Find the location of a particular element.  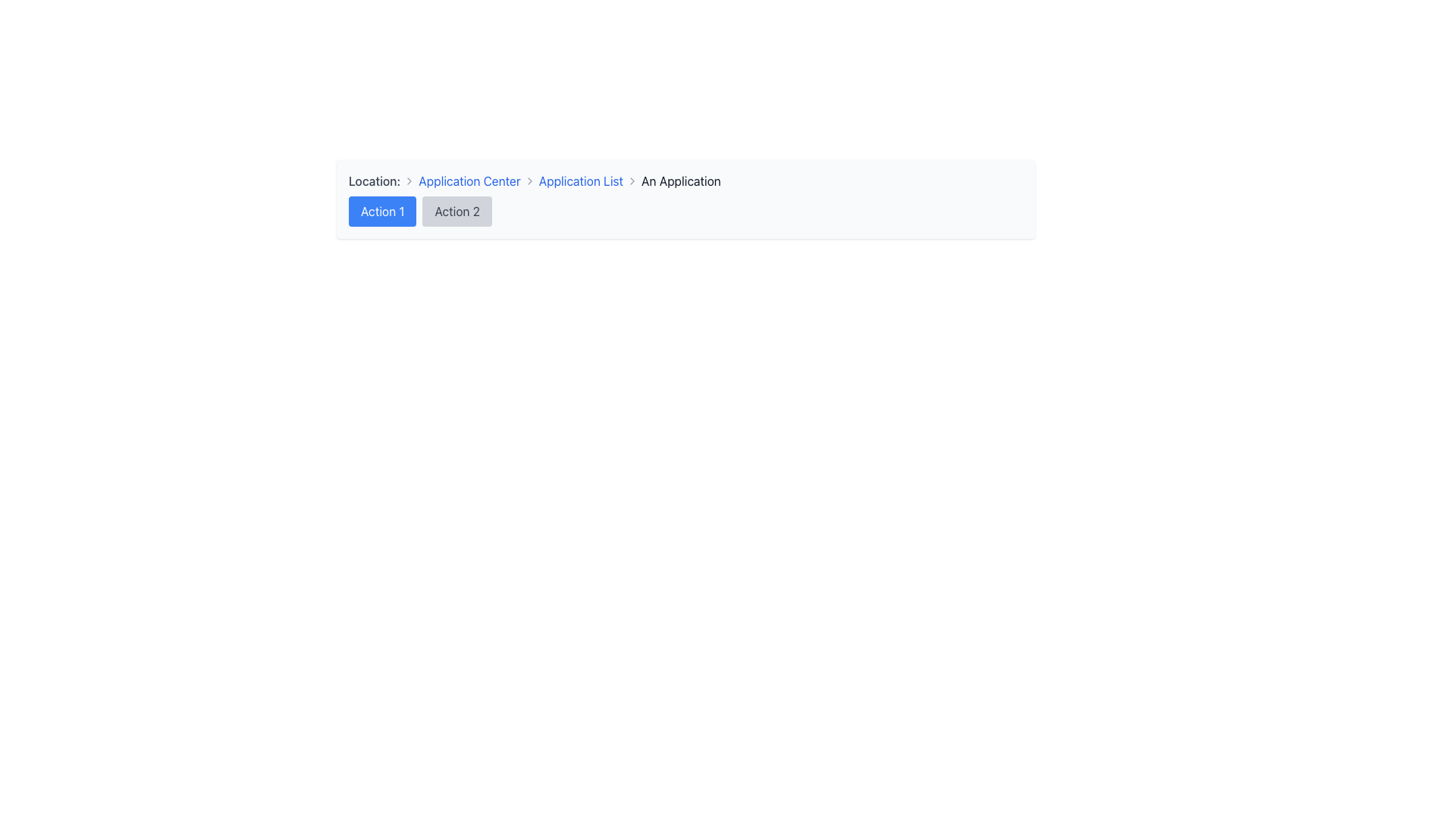

right-pointing gray chevron icon located between the 'Application Center' and 'Application List' links in the breadcrumb navigation is located at coordinates (529, 180).